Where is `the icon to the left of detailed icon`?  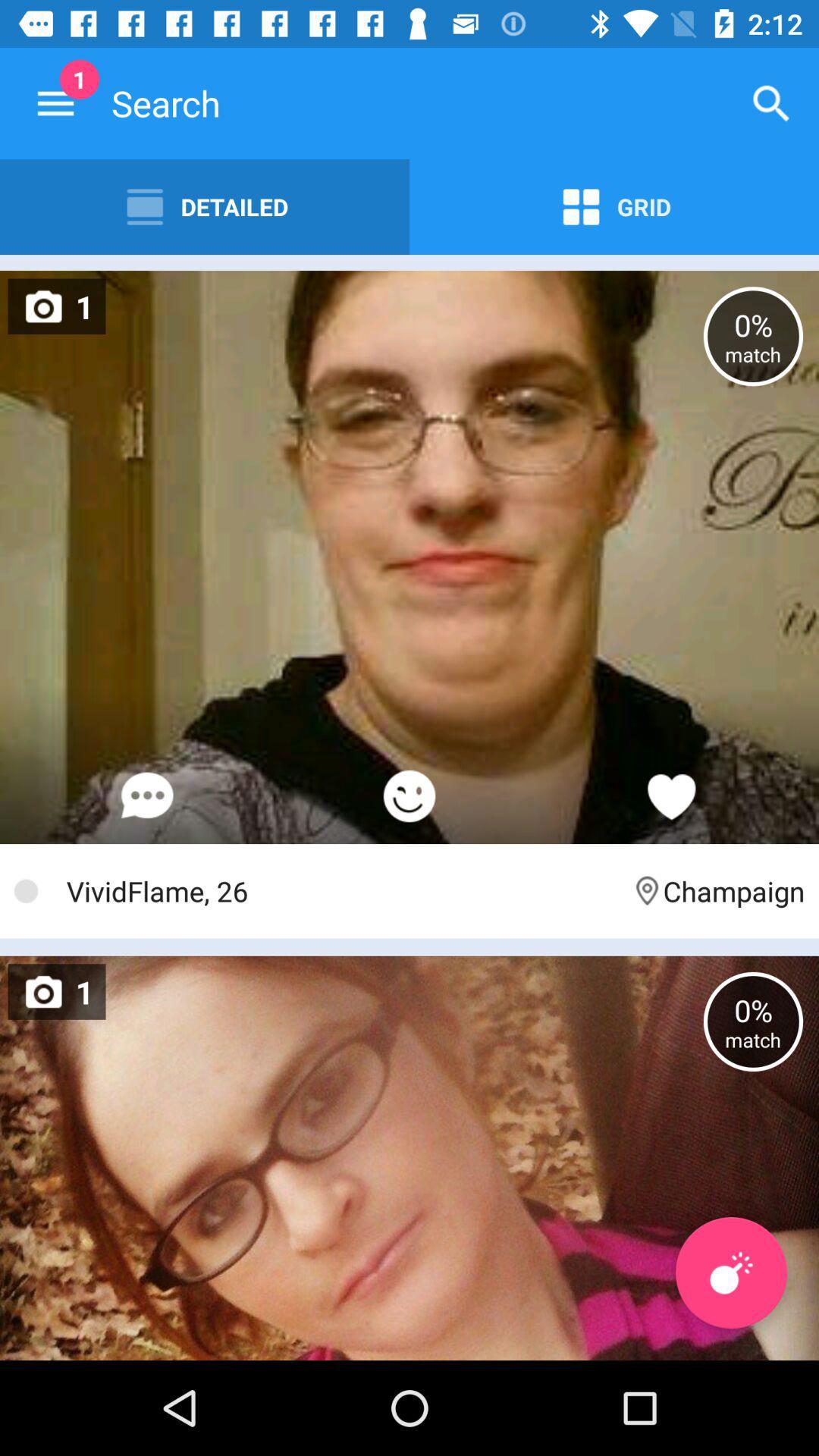
the icon to the left of detailed icon is located at coordinates (55, 102).